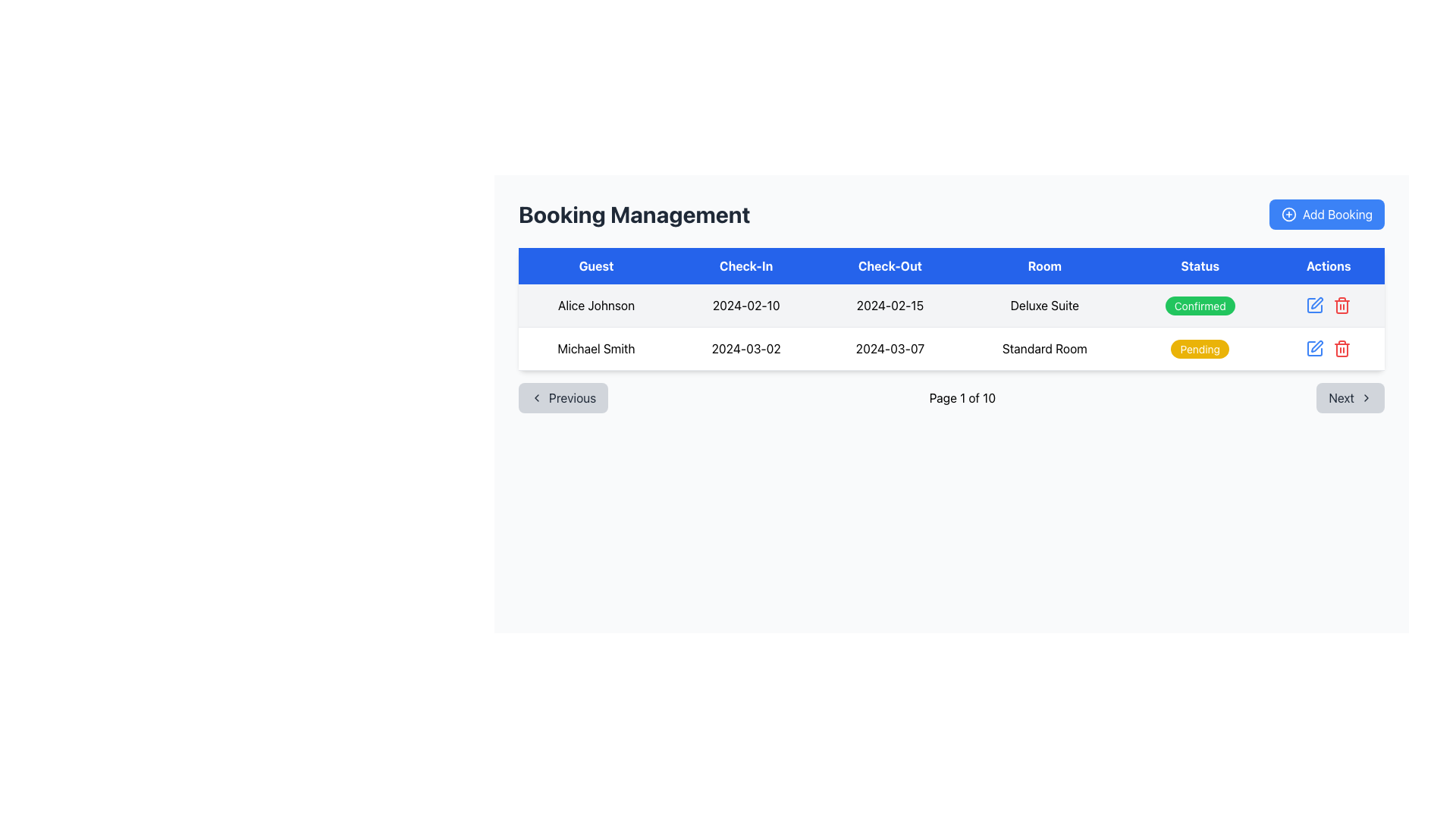 This screenshot has height=819, width=1456. Describe the element at coordinates (890, 306) in the screenshot. I see `the check-out date text '2024-02-15' located in the 'Check-Out' column of the first data row within the table` at that location.